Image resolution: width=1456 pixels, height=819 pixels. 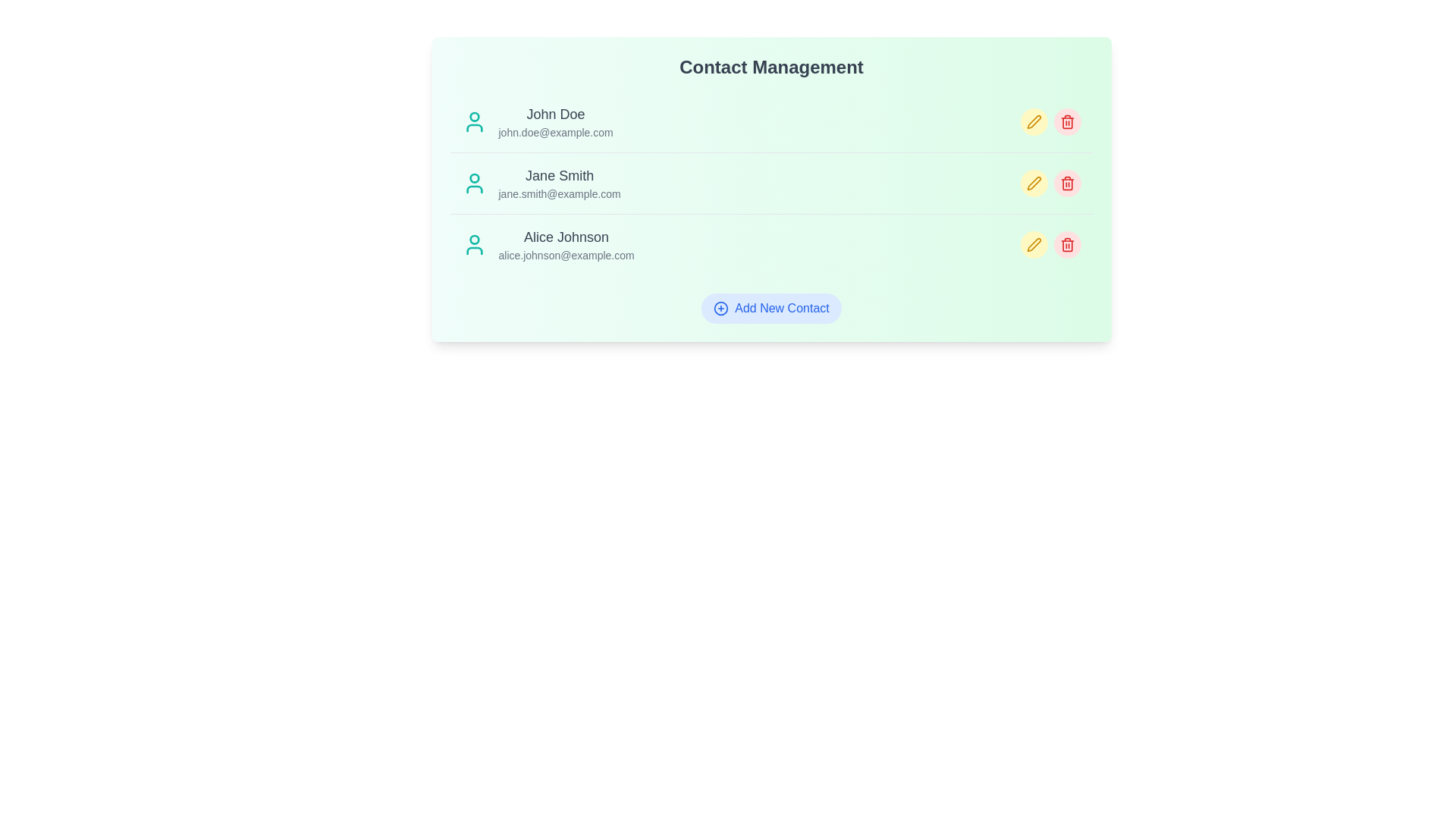 What do you see at coordinates (1066, 121) in the screenshot?
I see `delete icon next to the contact with name John Doe` at bounding box center [1066, 121].